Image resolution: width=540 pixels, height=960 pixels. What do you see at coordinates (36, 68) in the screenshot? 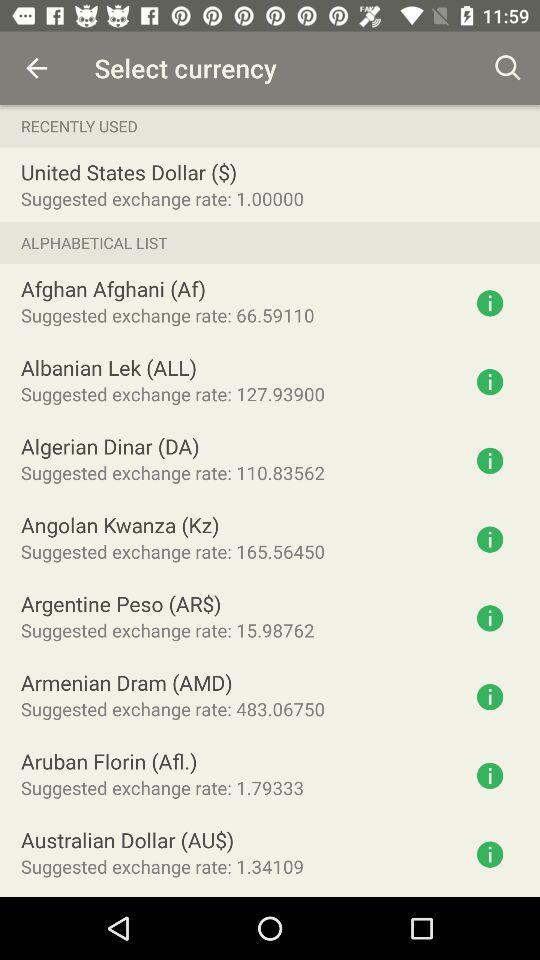
I see `icon next to the select currency` at bounding box center [36, 68].